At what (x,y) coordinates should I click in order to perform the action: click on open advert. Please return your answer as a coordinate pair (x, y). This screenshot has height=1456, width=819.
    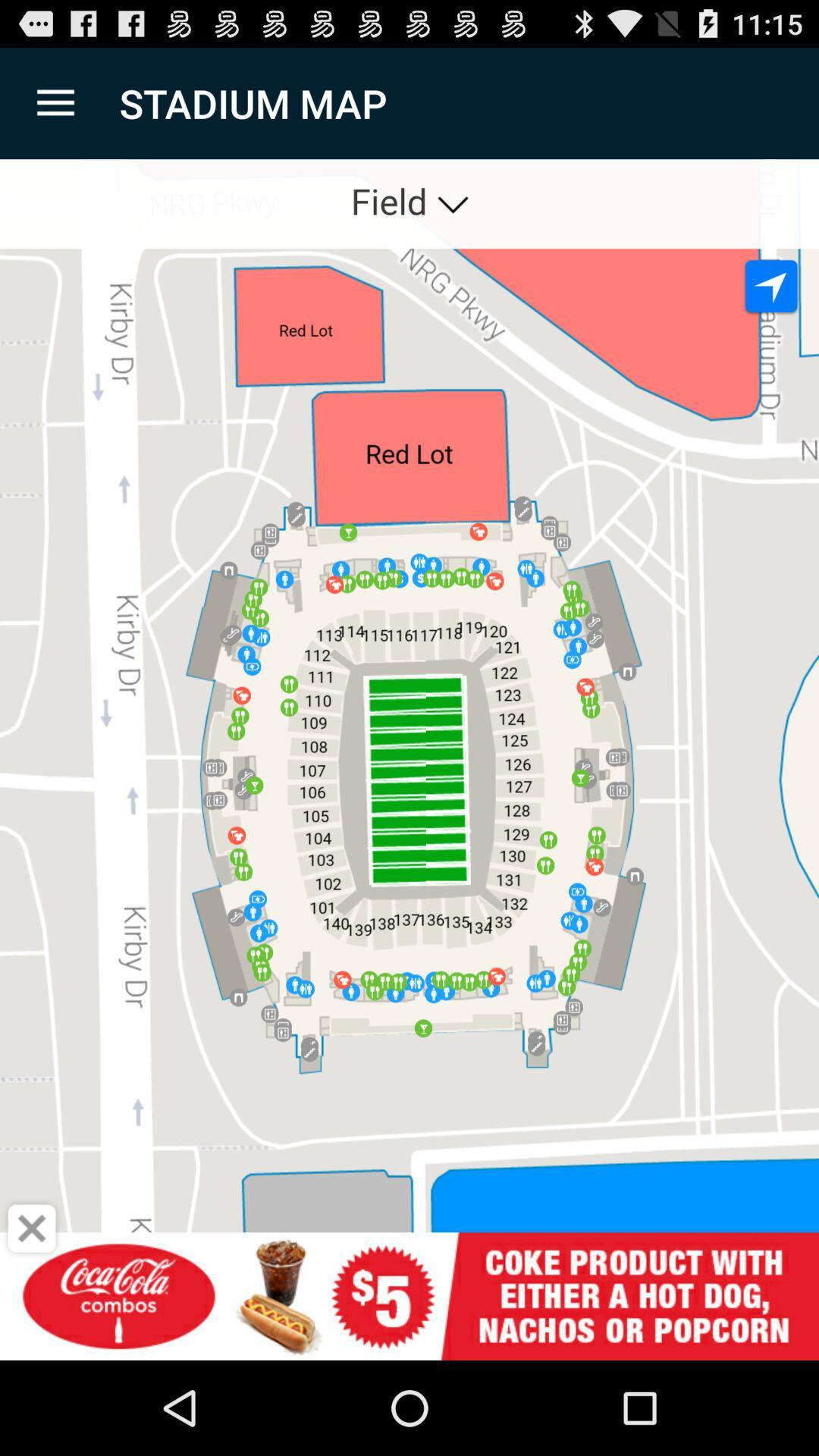
    Looking at the image, I should click on (409, 1295).